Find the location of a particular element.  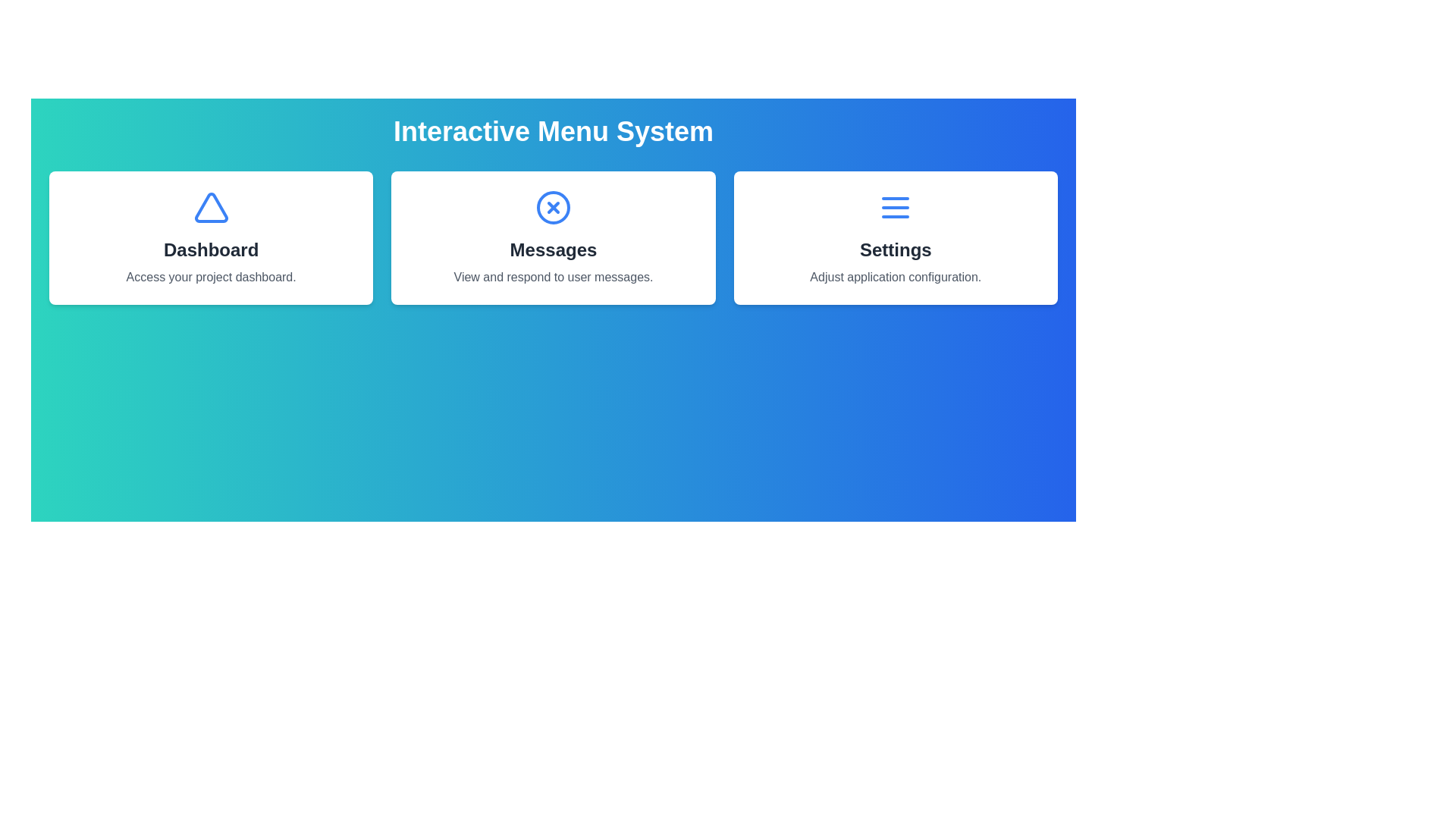

text label that indicates 'Settings', which serves as the title of the configuration card located in the third card from the left is located at coordinates (896, 249).